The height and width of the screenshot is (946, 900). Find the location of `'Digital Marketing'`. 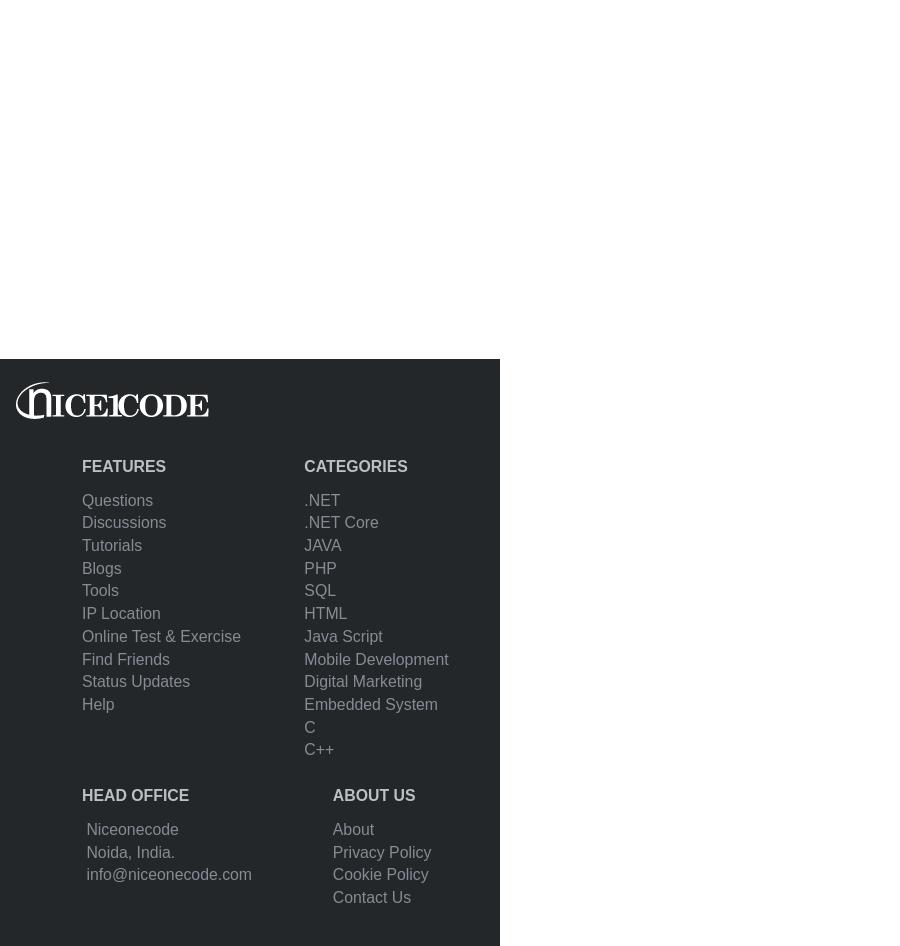

'Digital Marketing' is located at coordinates (303, 681).